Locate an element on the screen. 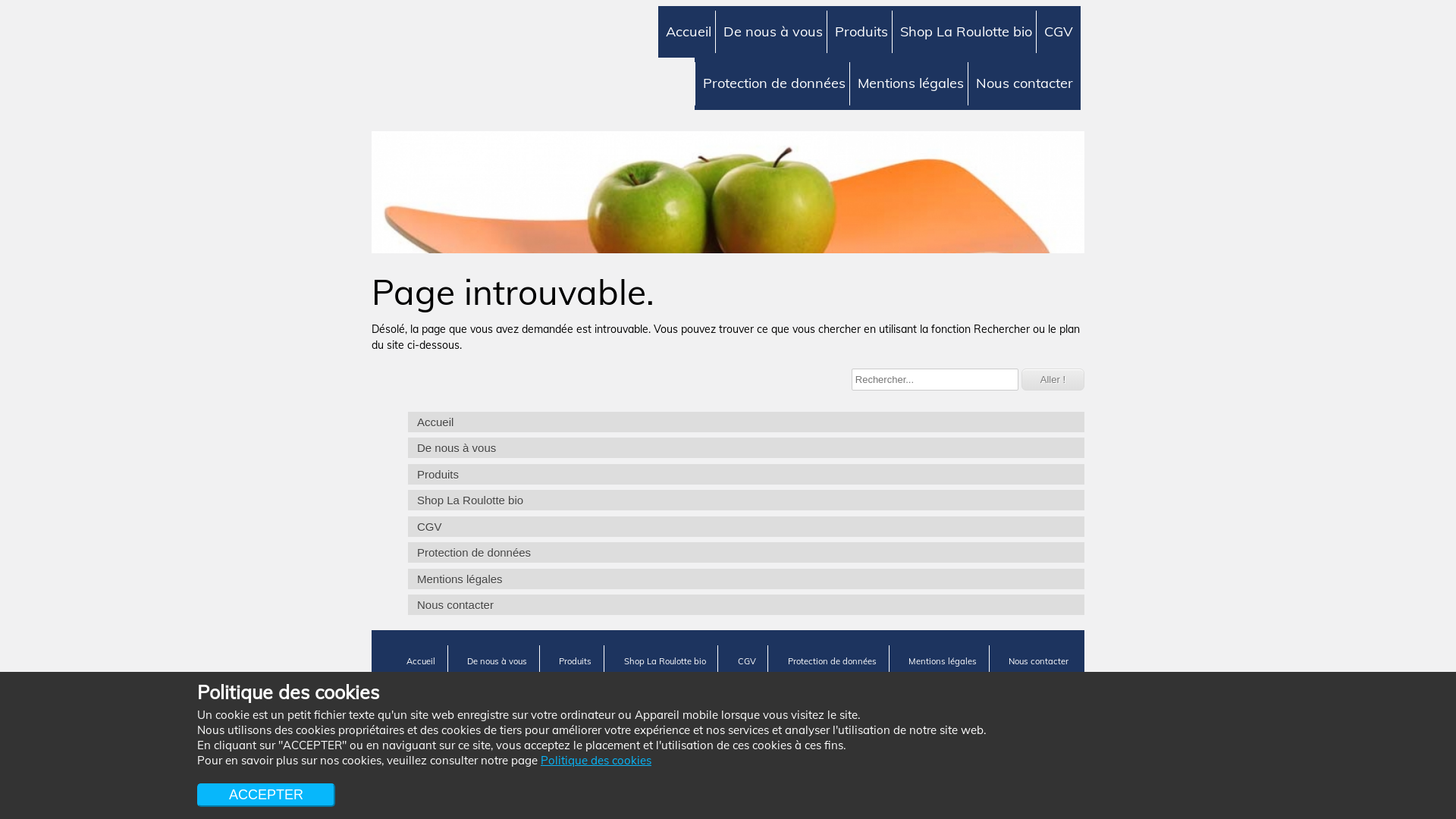 Image resolution: width=1456 pixels, height=819 pixels. 'Politique des cookies' is located at coordinates (595, 760).